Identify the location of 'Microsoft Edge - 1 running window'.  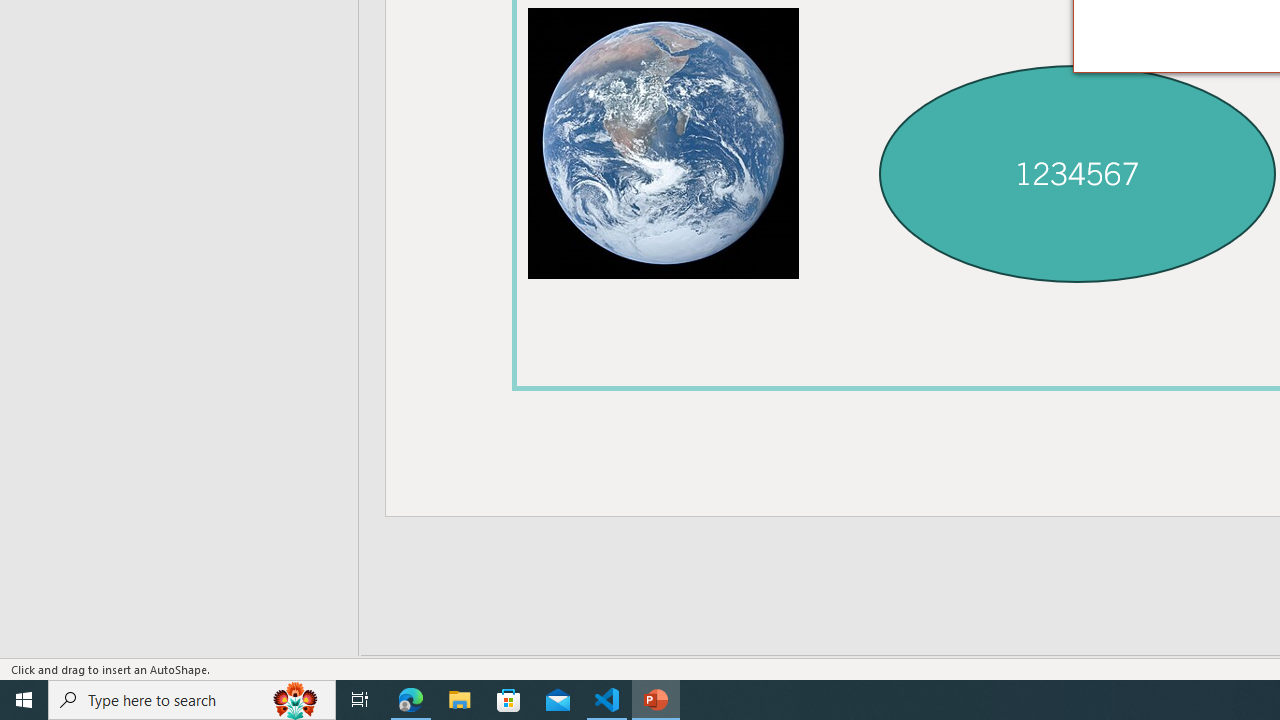
(410, 698).